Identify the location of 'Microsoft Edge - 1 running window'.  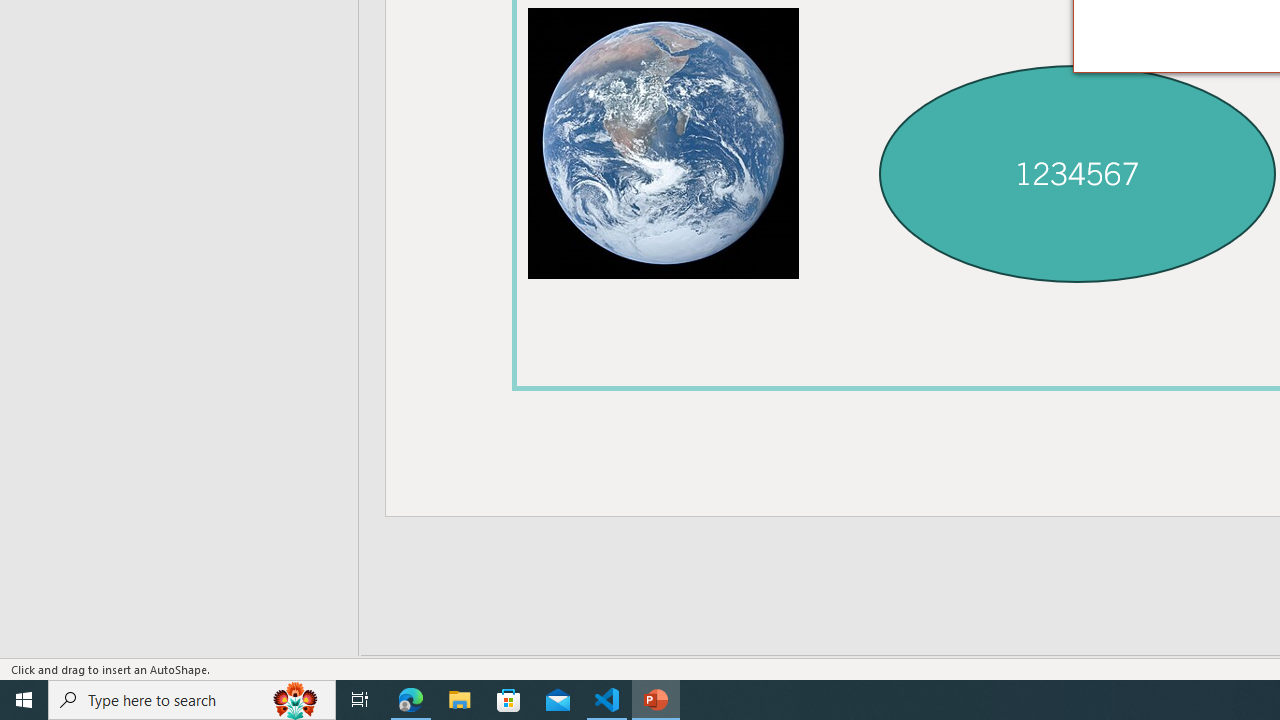
(410, 698).